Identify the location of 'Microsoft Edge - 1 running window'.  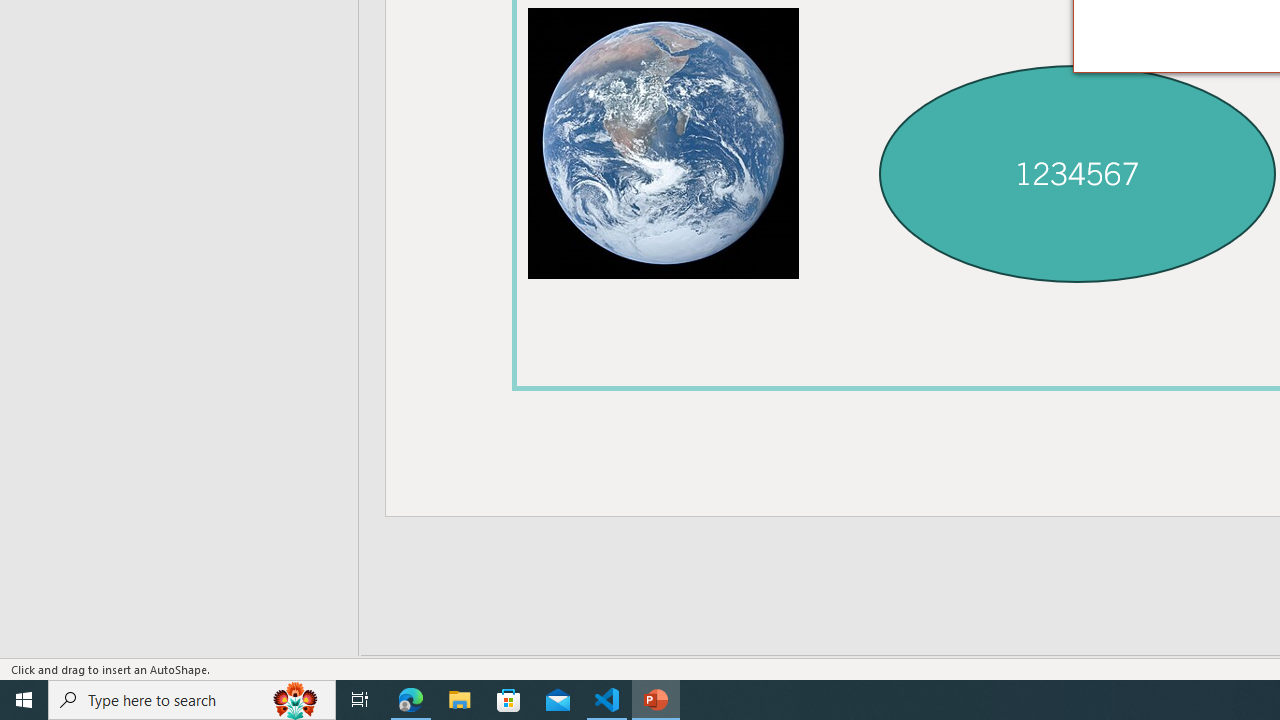
(410, 698).